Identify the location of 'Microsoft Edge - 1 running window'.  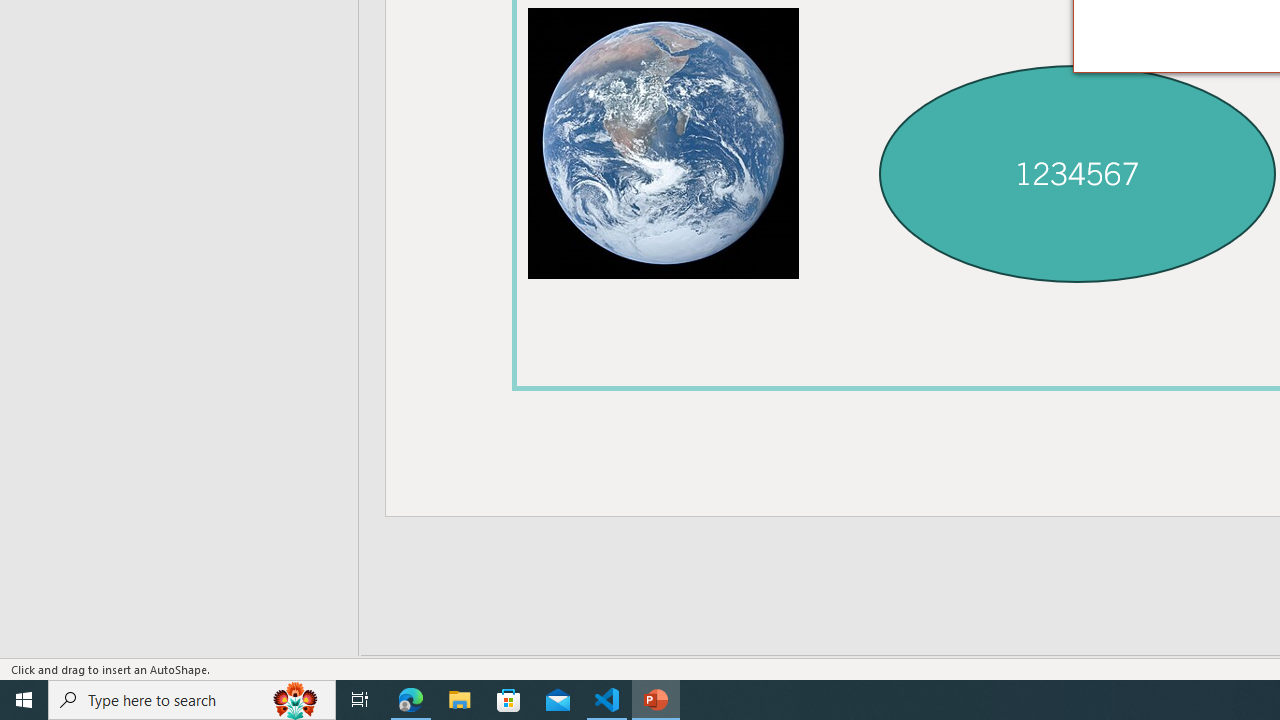
(410, 698).